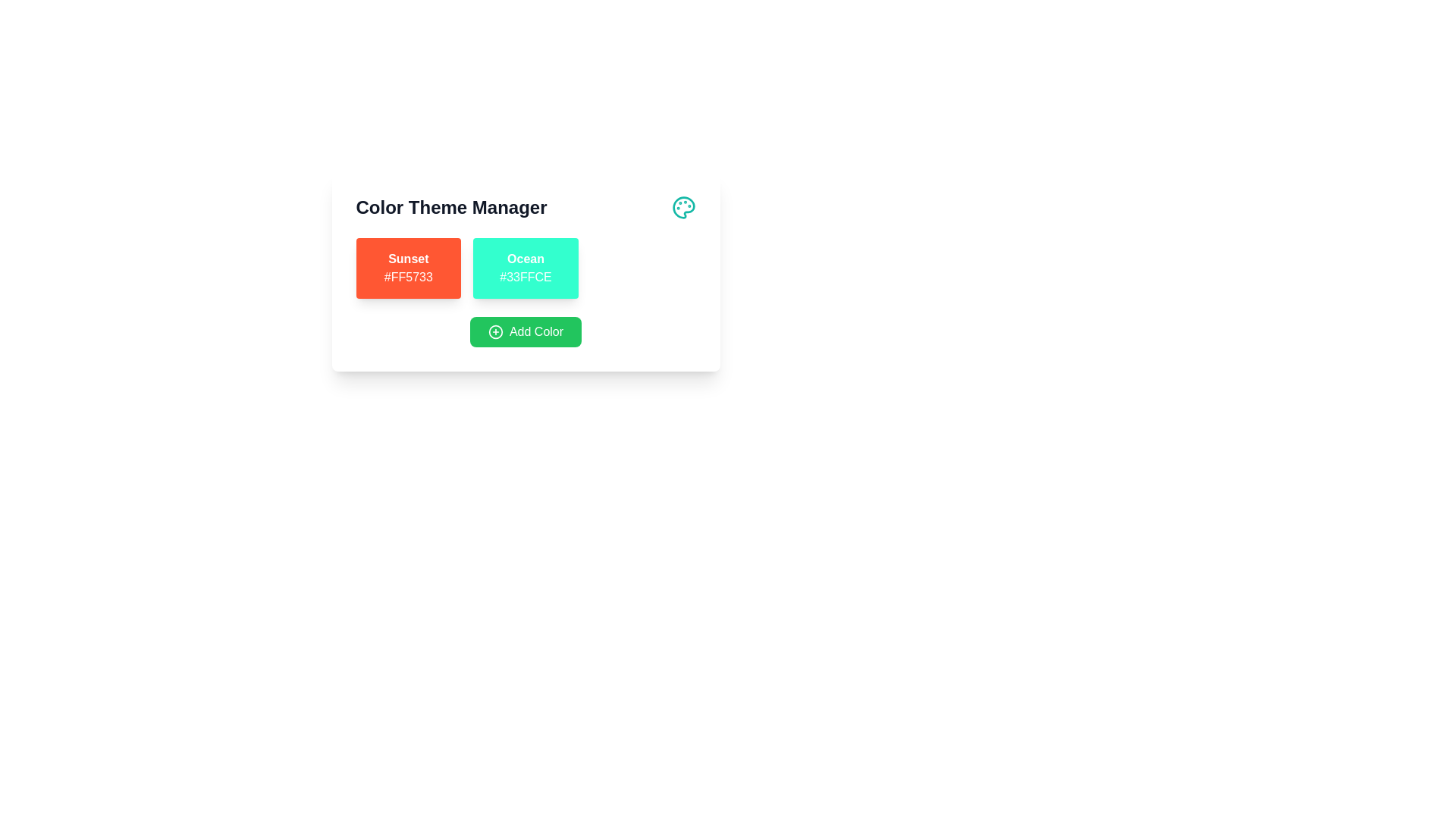  What do you see at coordinates (526, 268) in the screenshot?
I see `the middle card with a bright cyan background that contains the title 'Ocean' and the code '#33FFCE' in the Color Theme Manager section` at bounding box center [526, 268].